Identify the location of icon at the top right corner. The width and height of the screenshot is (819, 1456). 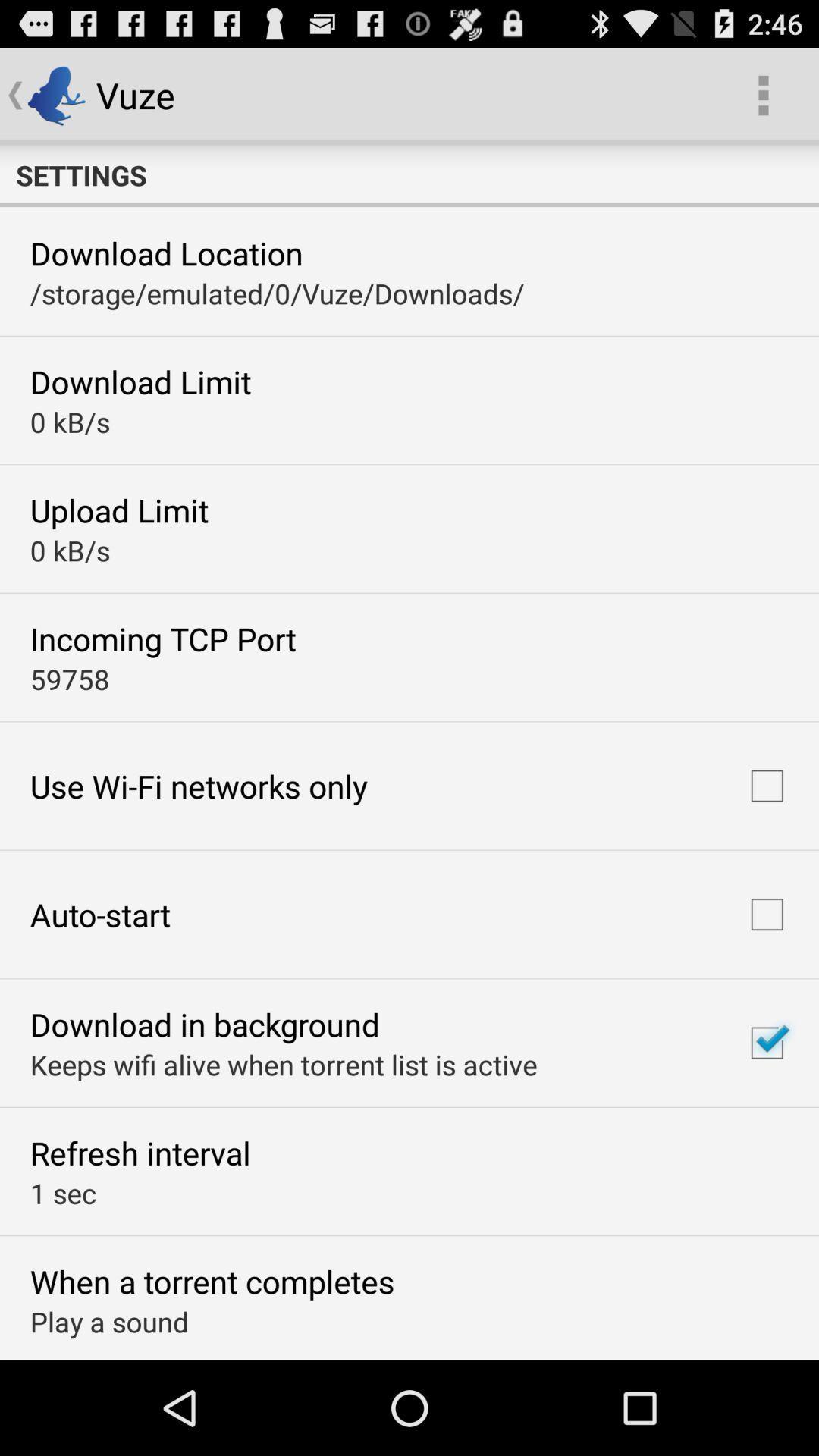
(763, 94).